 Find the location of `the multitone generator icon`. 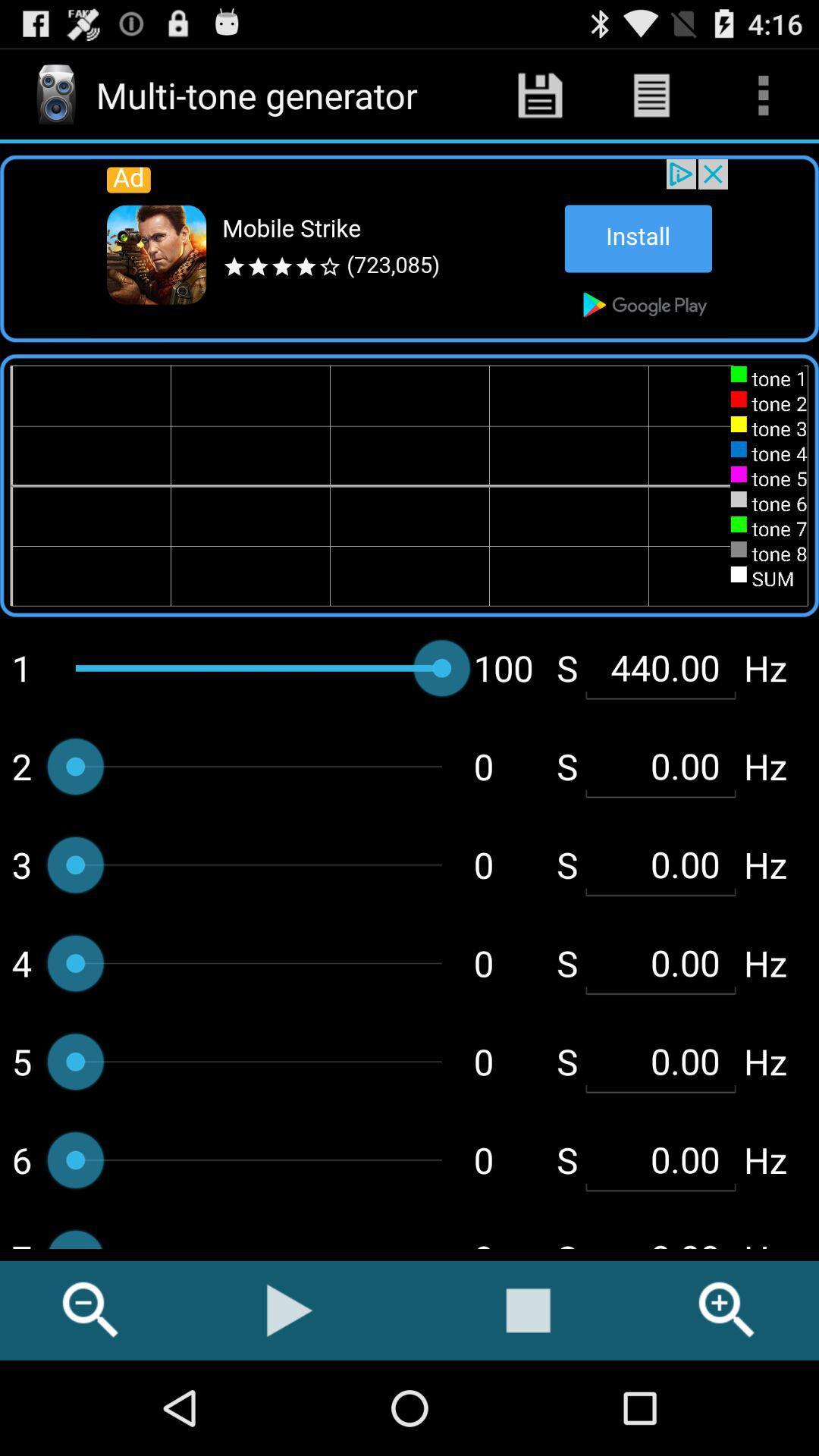

the multitone generator icon is located at coordinates (55, 94).